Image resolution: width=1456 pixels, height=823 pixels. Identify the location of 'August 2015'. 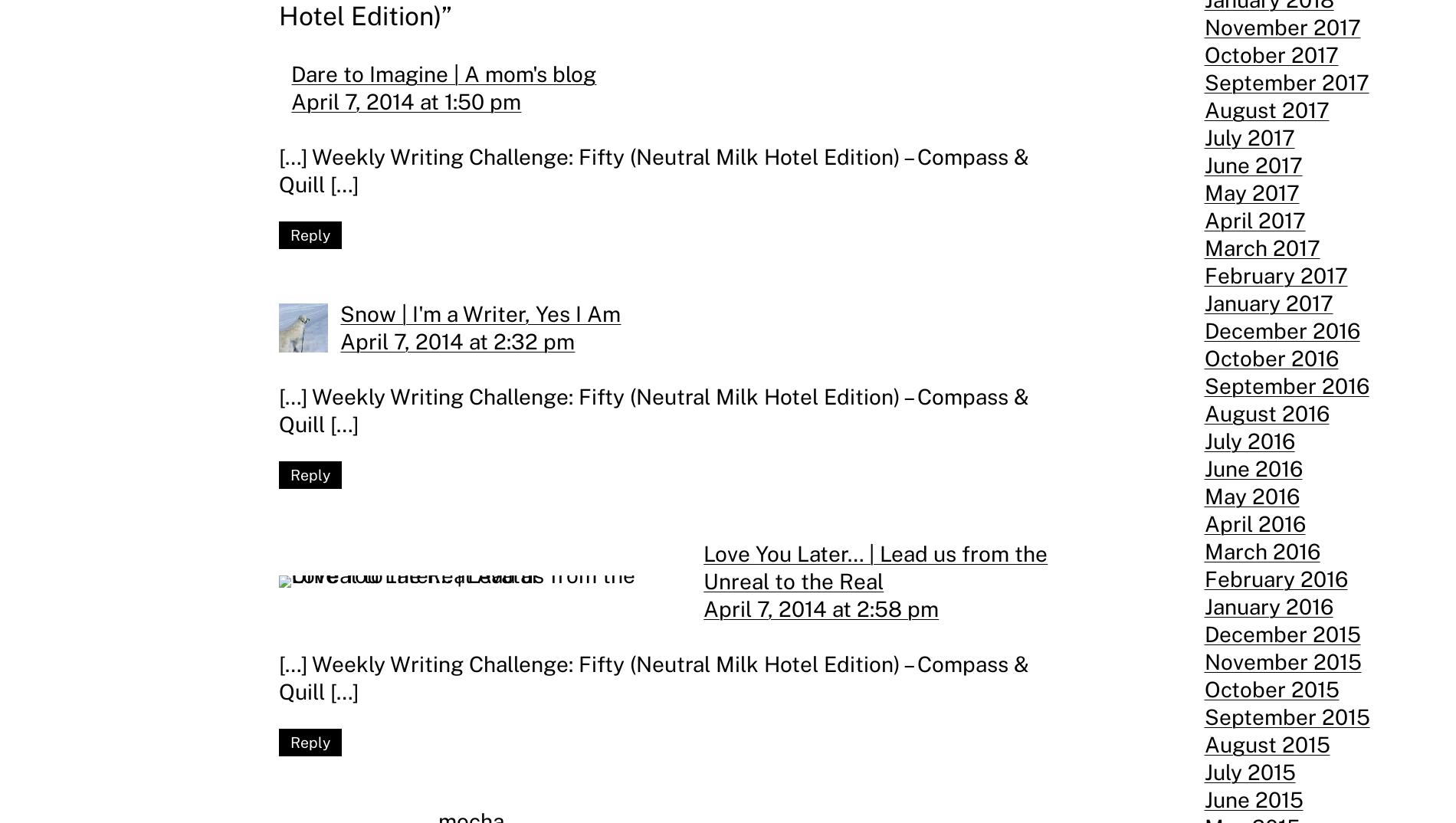
(1267, 743).